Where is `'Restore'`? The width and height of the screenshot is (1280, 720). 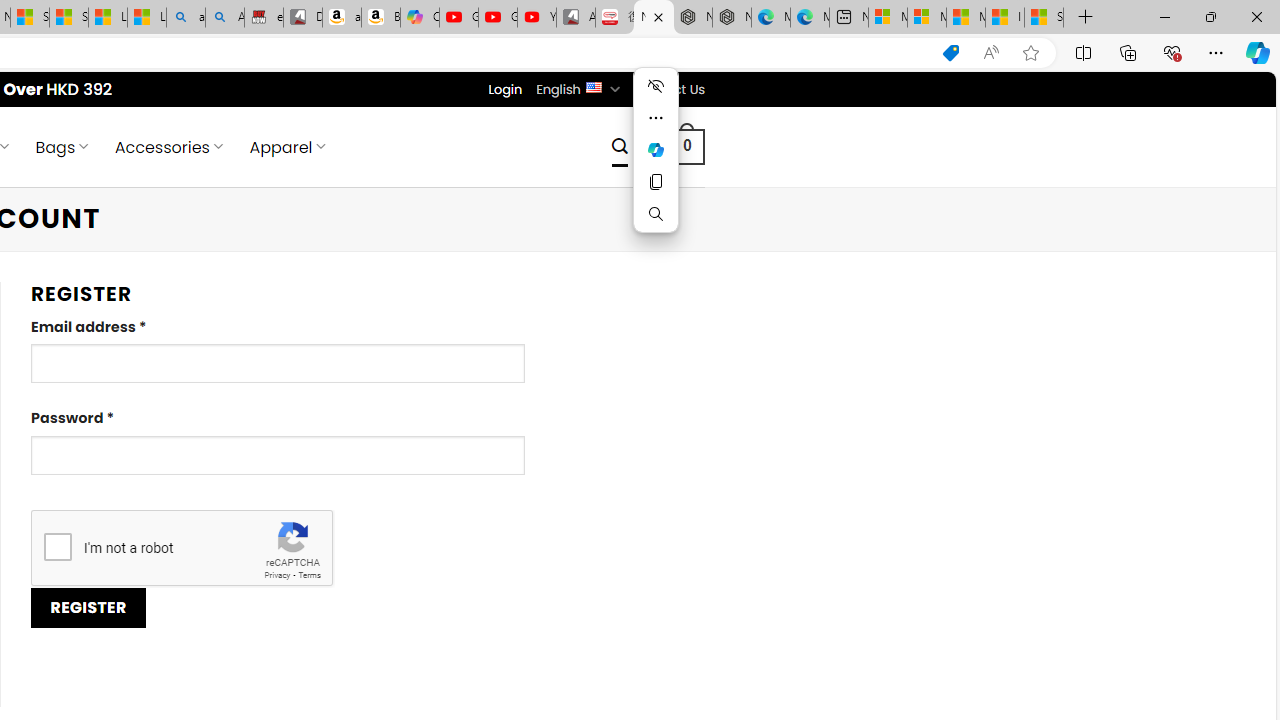
'Restore' is located at coordinates (1209, 16).